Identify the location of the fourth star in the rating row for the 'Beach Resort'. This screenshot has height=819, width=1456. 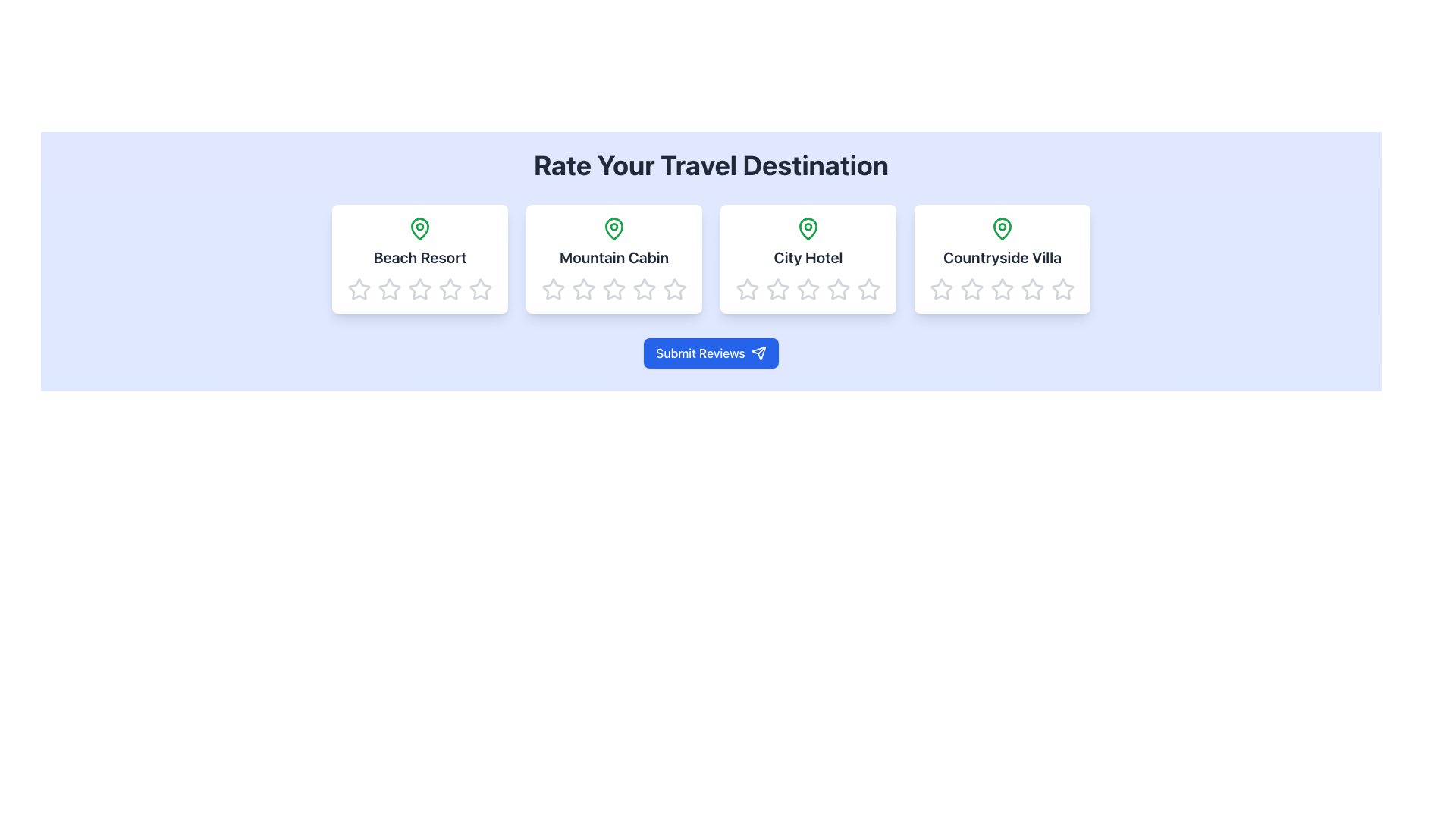
(419, 289).